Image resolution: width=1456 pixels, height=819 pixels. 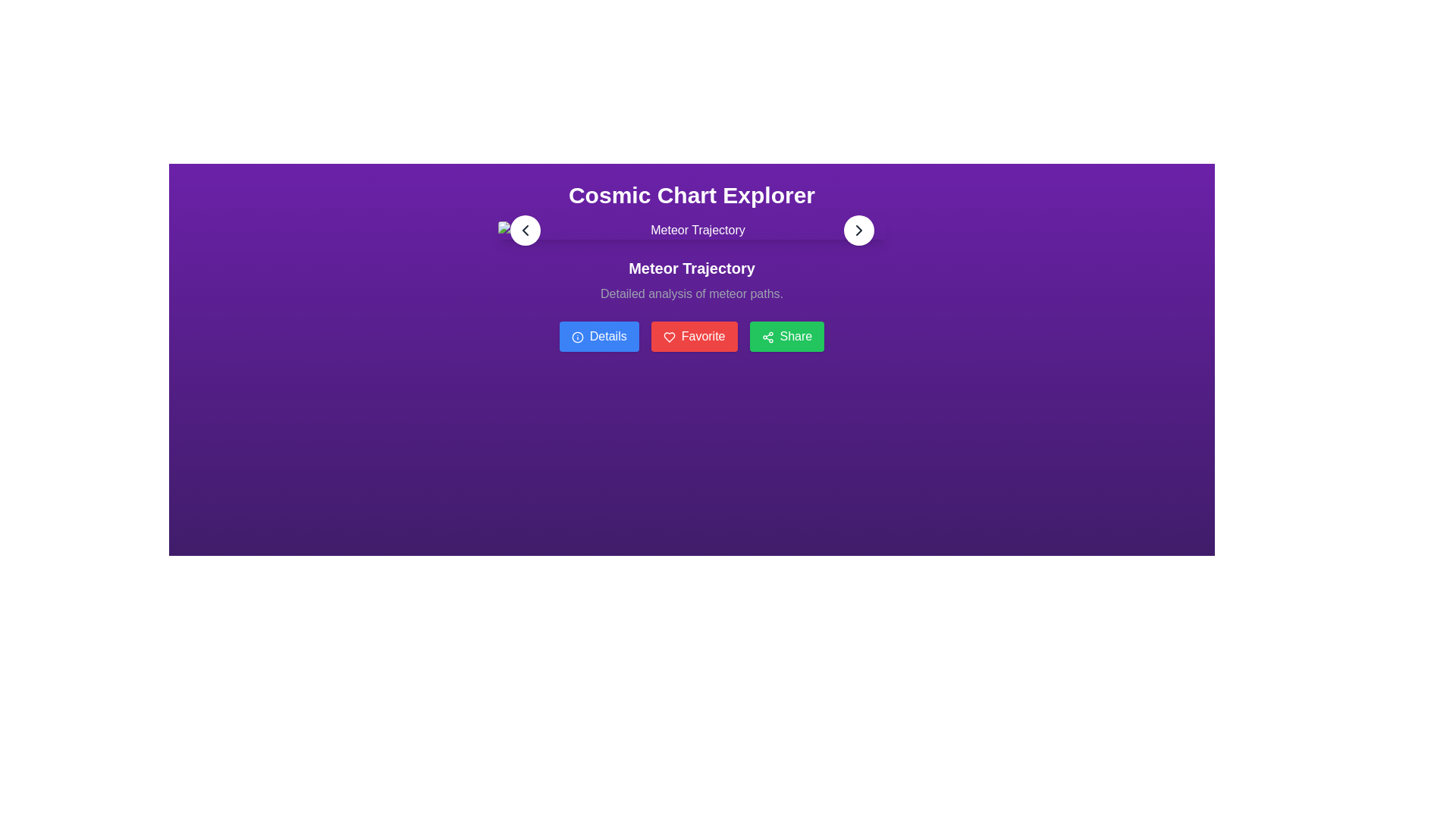 What do you see at coordinates (693, 335) in the screenshot?
I see `the favorite button located between the 'Details' button on the left and the 'Share' button on the right, below the 'Meteor Trajectory' subheading, to mark the current item as a favorite` at bounding box center [693, 335].